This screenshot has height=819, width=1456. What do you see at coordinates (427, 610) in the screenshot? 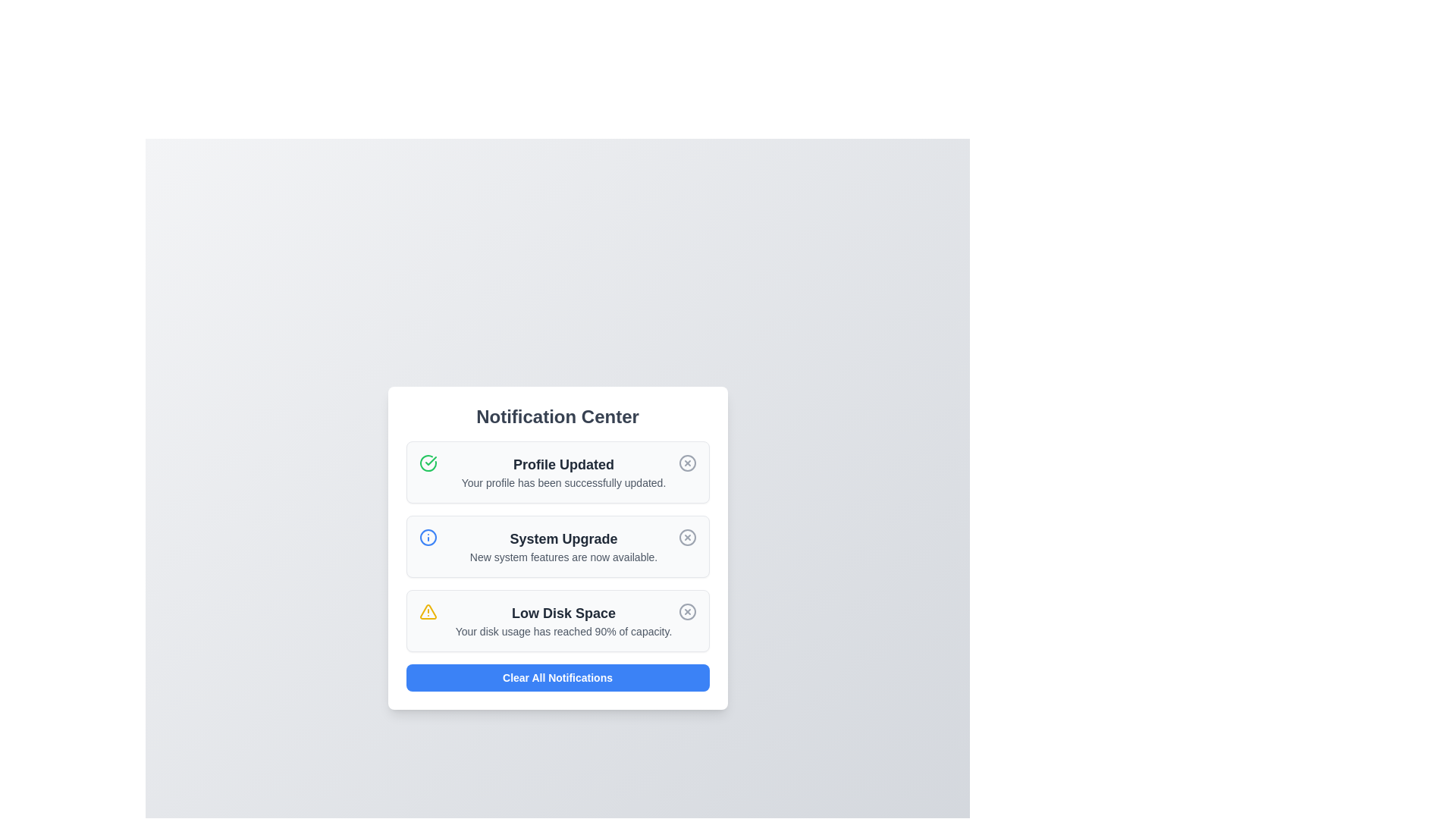
I see `the warning icon located to the left of the 'Low Disk Space' notification text, which serves as an alert symbol` at bounding box center [427, 610].